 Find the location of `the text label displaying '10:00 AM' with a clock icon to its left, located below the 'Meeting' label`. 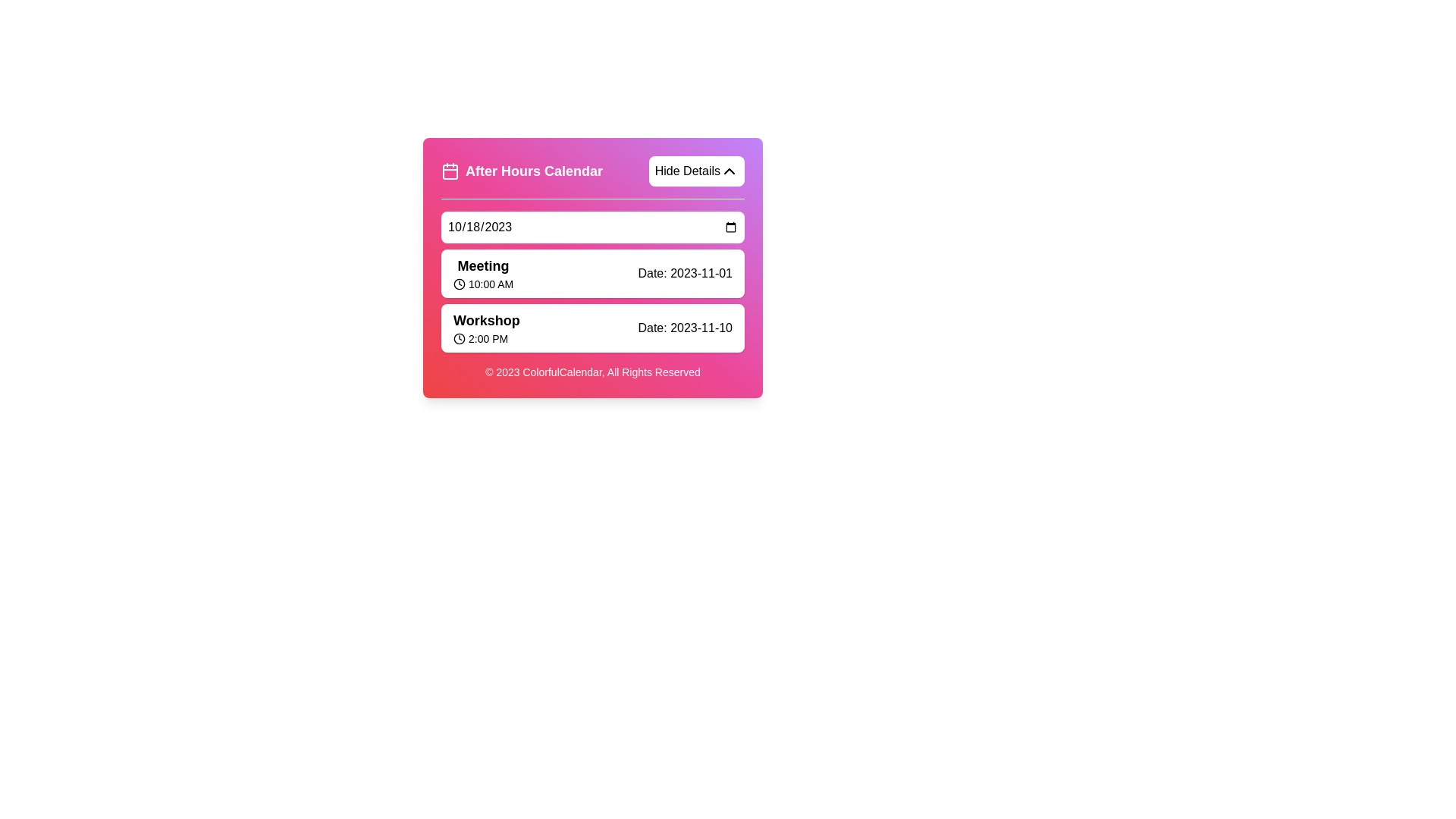

the text label displaying '10:00 AM' with a clock icon to its left, located below the 'Meeting' label is located at coordinates (482, 284).